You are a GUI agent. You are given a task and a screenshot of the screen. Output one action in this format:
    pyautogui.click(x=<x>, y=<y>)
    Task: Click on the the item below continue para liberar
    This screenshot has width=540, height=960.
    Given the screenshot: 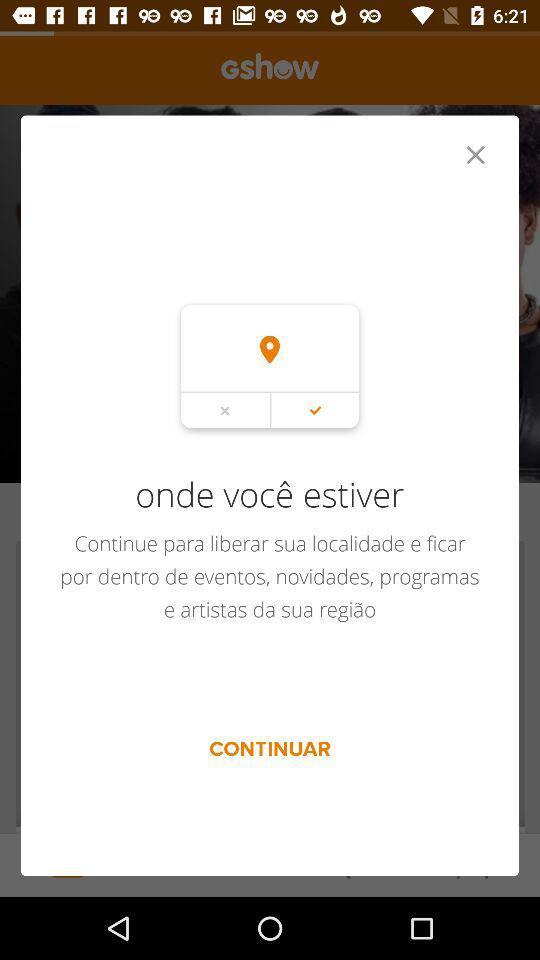 What is the action you would take?
    pyautogui.click(x=270, y=748)
    